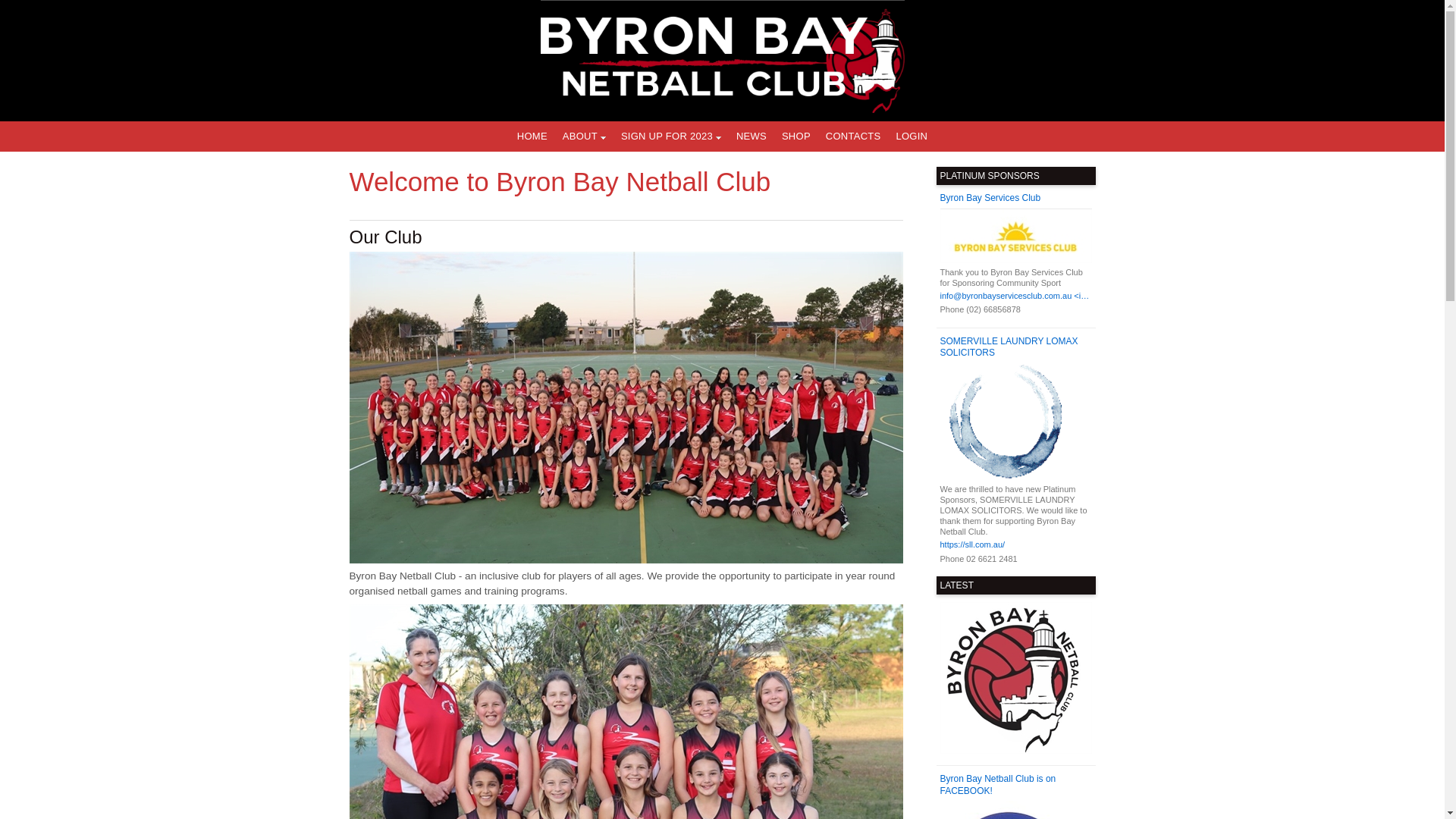 The width and height of the screenshot is (1456, 819). I want to click on 'SIGN UP FOR 2023', so click(670, 136).